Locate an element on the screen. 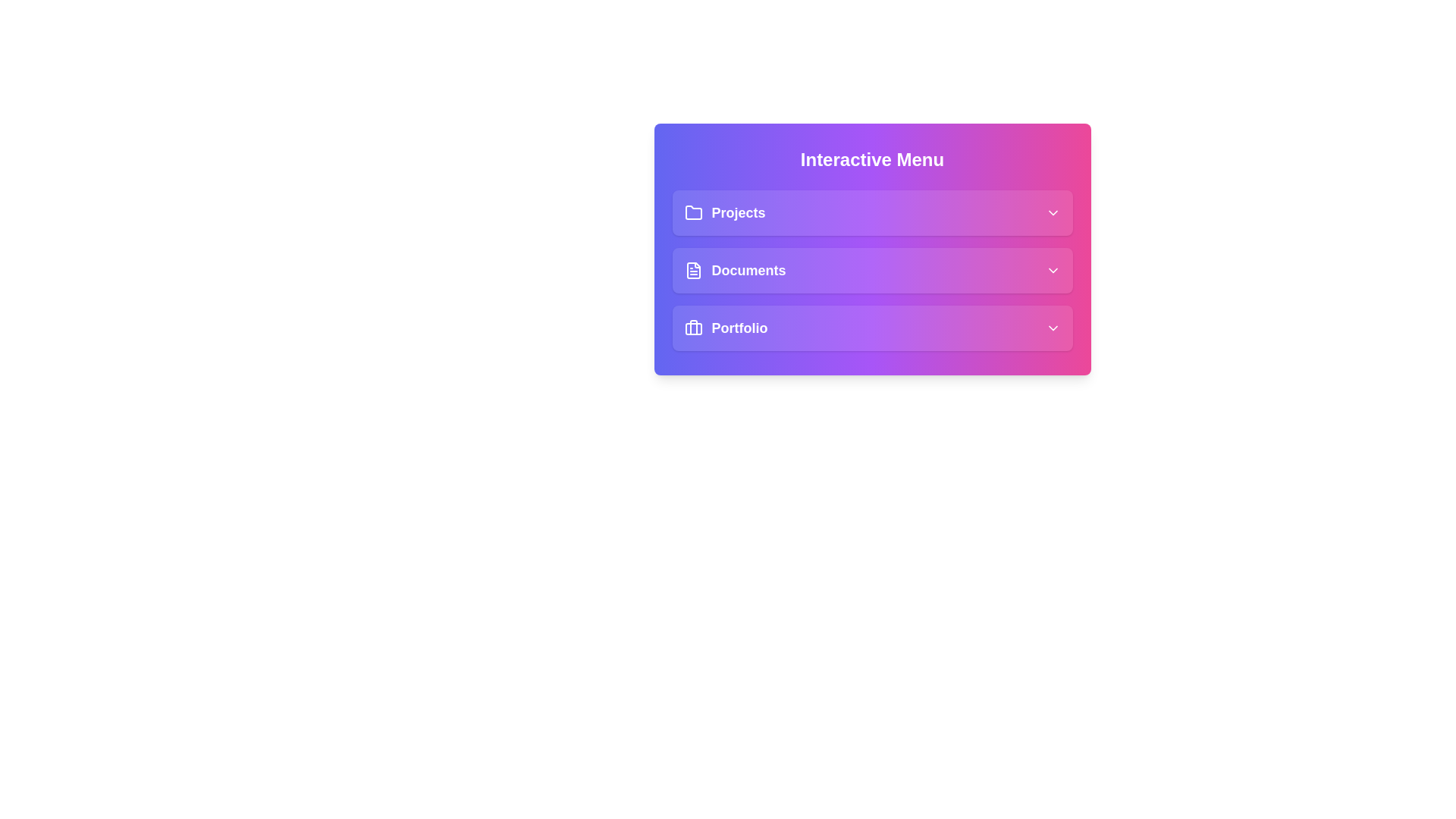  the project or folder icon located at the top-left corner of the 'Projects' label in the first row of the interactive menu is located at coordinates (692, 213).